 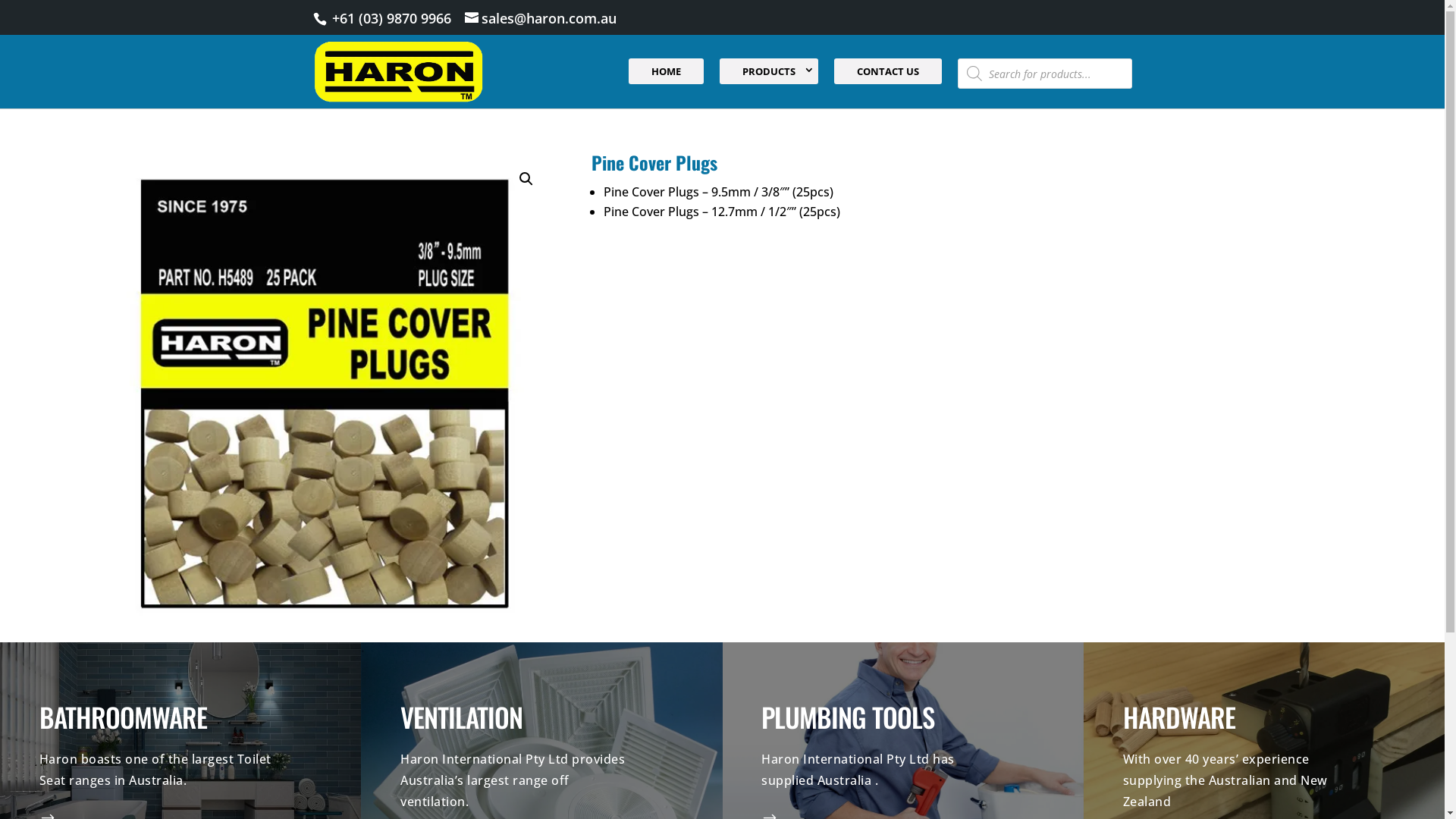 I want to click on 'VENTILATION', so click(x=460, y=717).